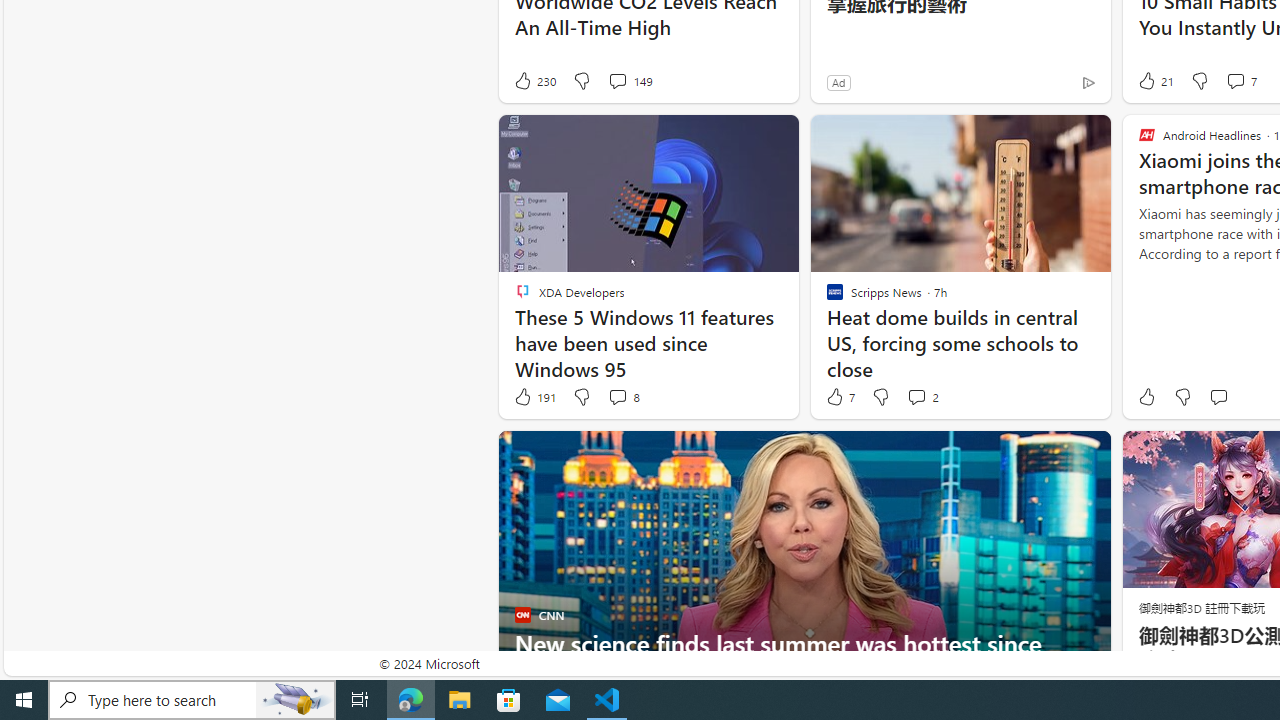 The image size is (1280, 720). Describe the element at coordinates (534, 80) in the screenshot. I see `'230 Like'` at that location.